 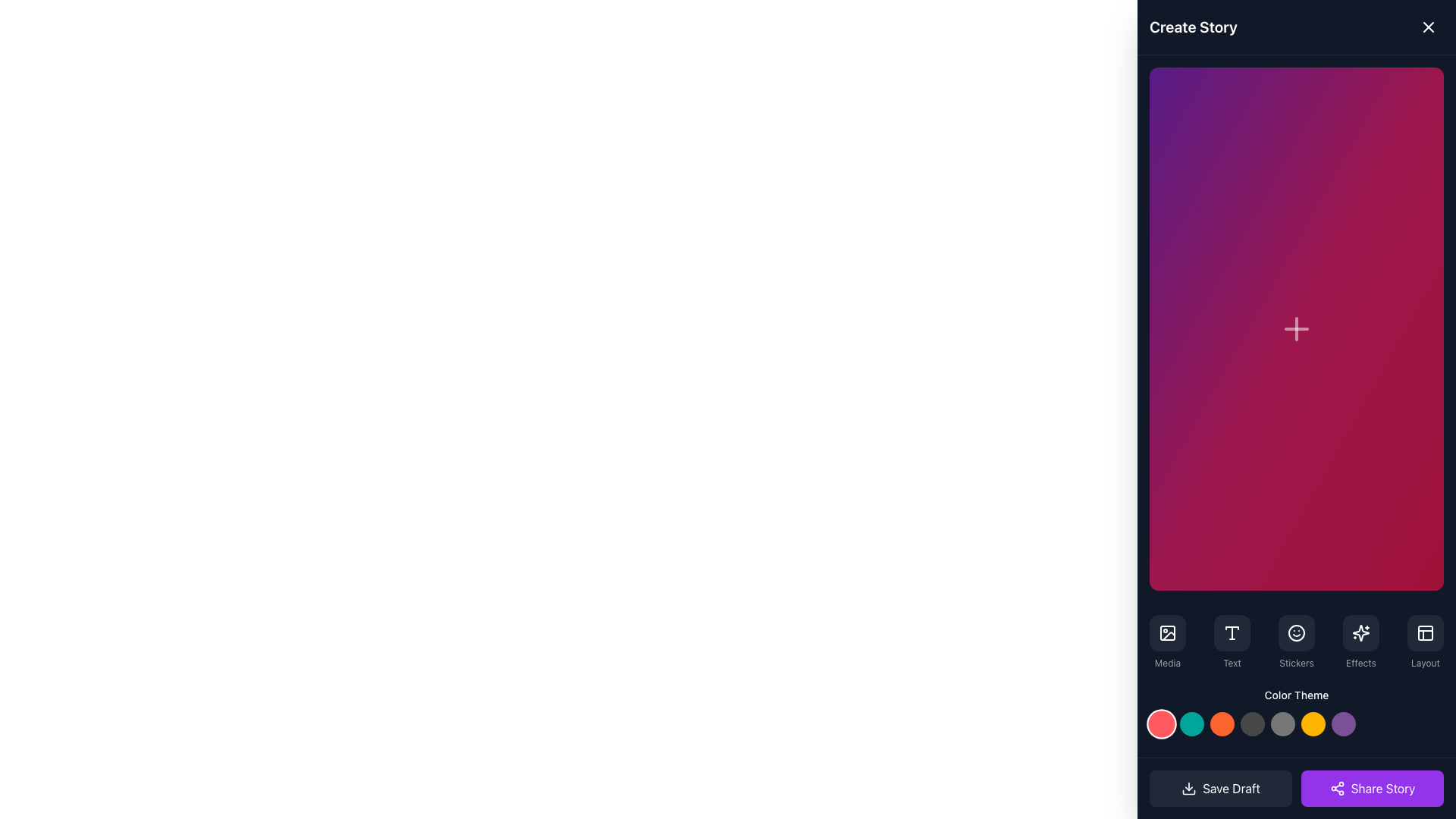 I want to click on text content of the 'Save Draft' button, which is styled with a white font on a dark background and located at the bottom-left corner of the application's interface, so click(x=1231, y=788).